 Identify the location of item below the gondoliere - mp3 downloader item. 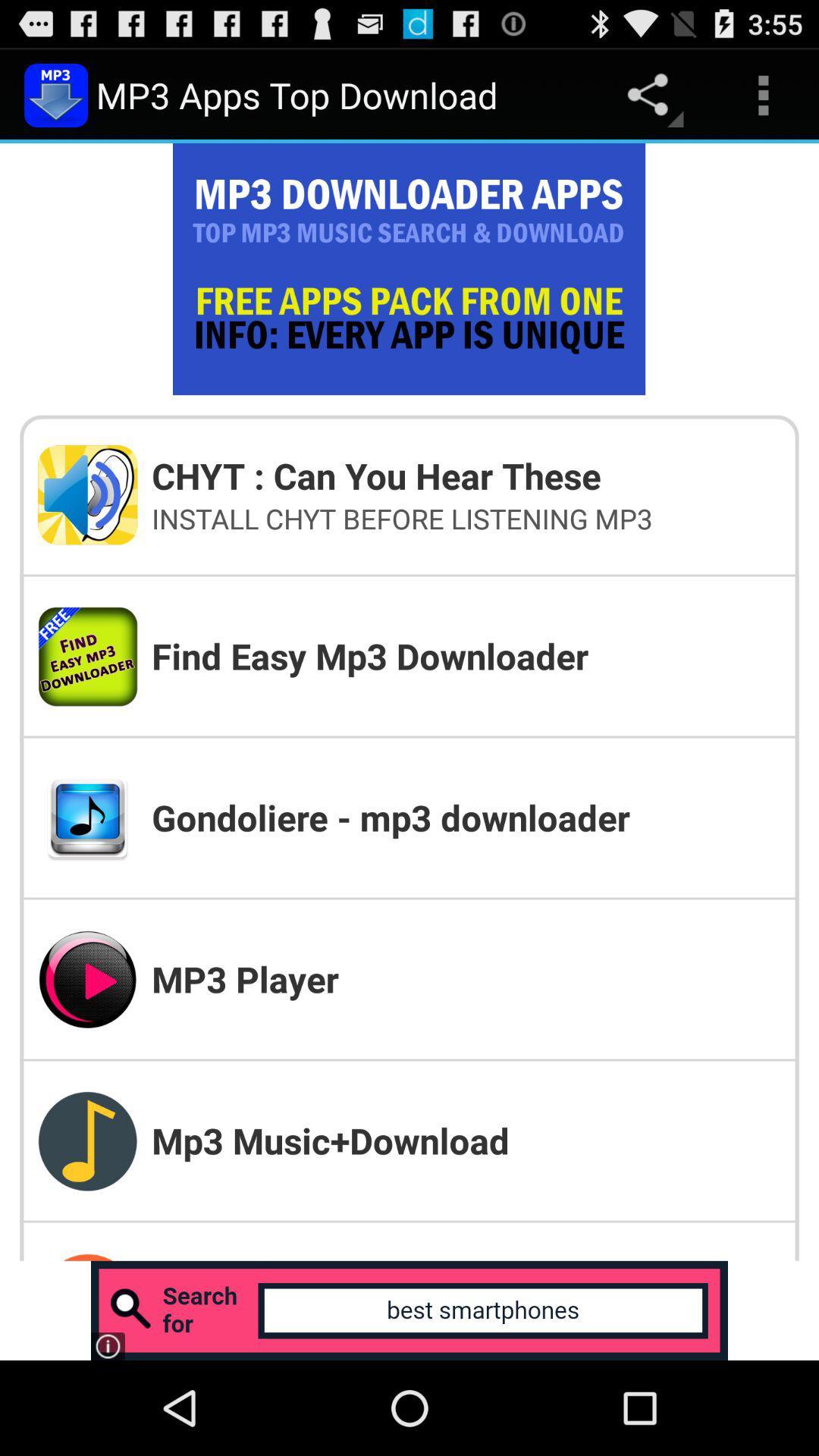
(465, 979).